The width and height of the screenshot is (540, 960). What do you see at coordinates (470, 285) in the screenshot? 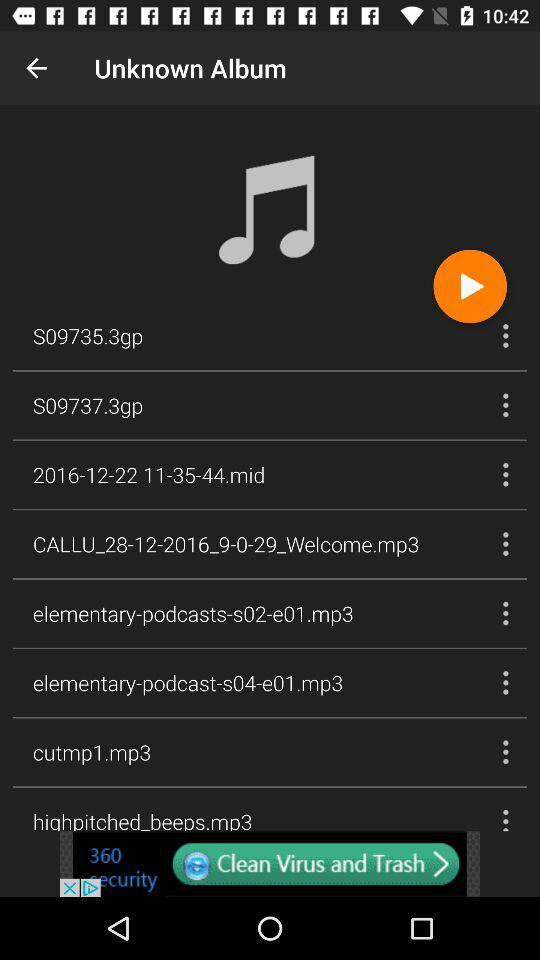
I see `button` at bounding box center [470, 285].